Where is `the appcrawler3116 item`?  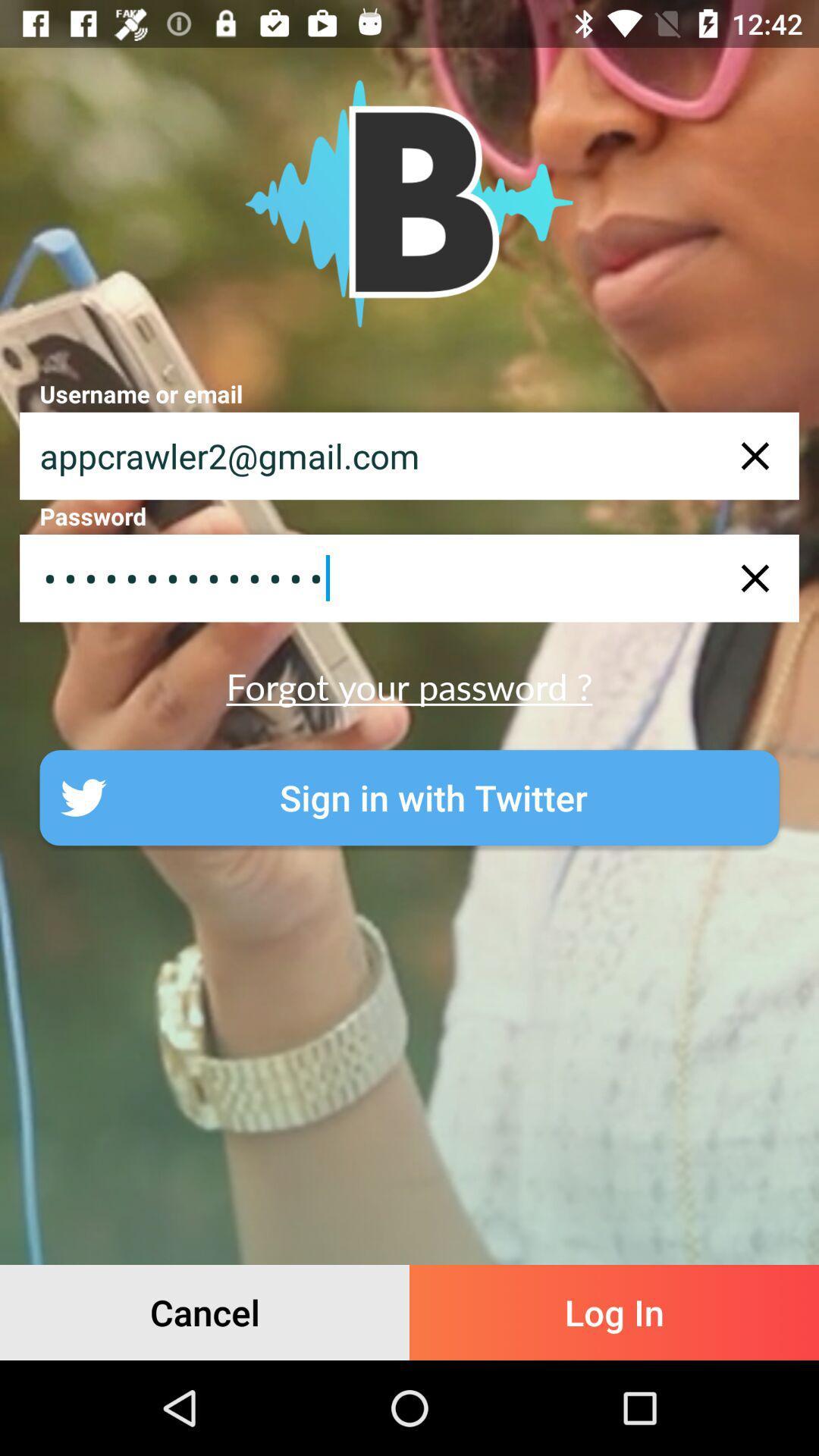 the appcrawler3116 item is located at coordinates (409, 577).